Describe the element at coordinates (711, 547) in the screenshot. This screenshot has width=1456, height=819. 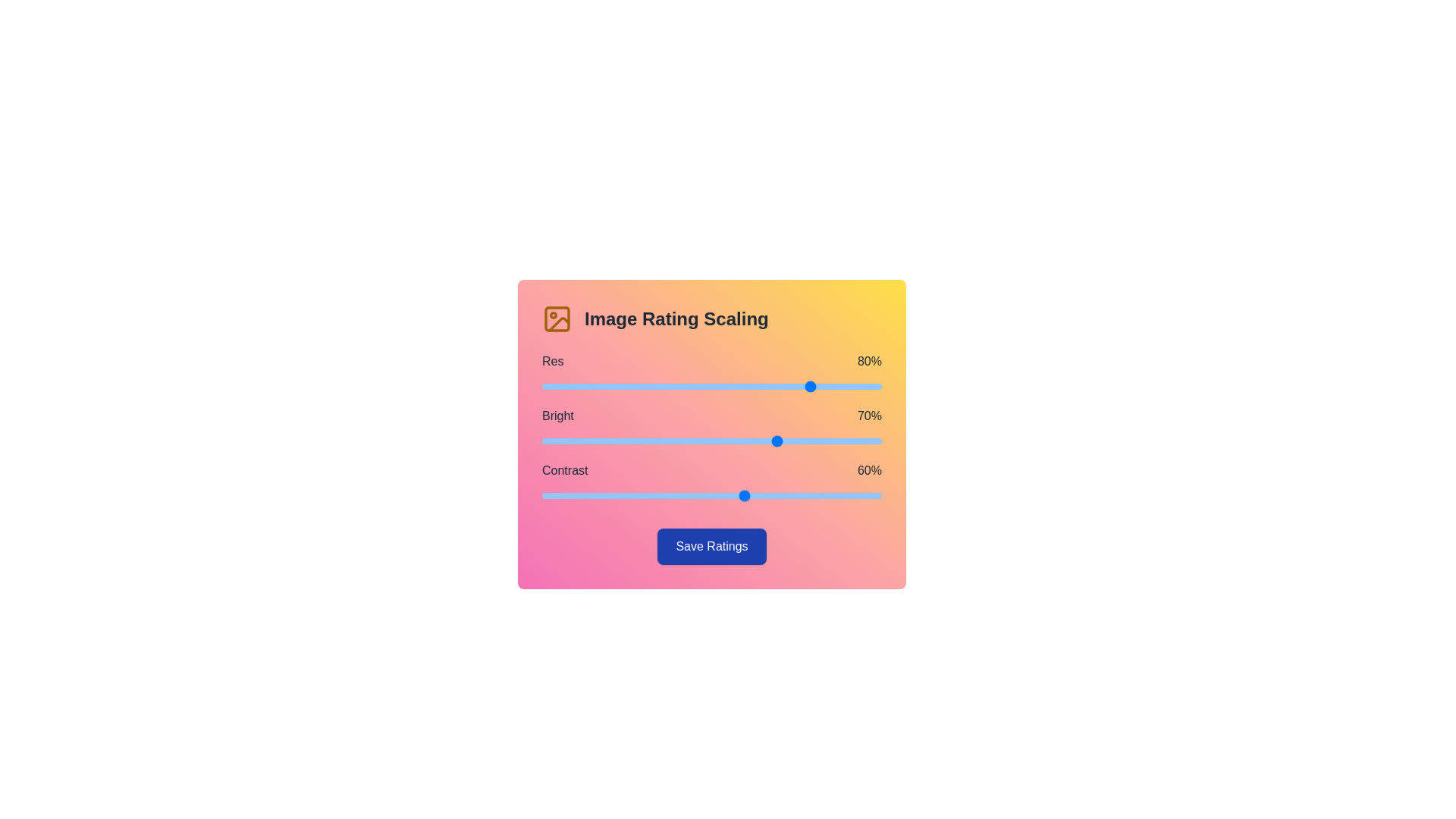
I see `the 'Save Ratings' button, which is a rectangular button with white text on a blue background, located at the bottom of the panel for adjusting image properties` at that location.